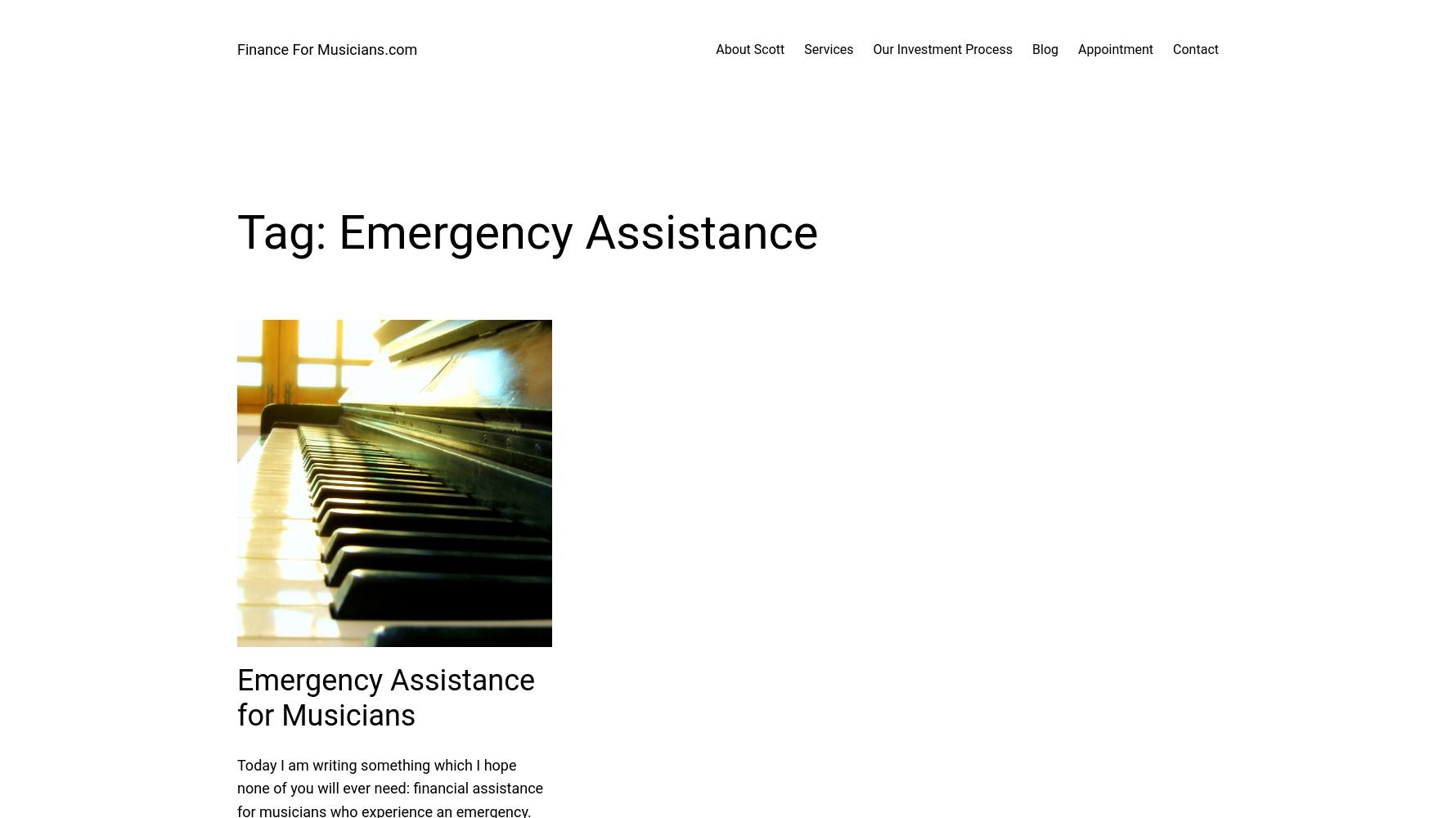 Image resolution: width=1456 pixels, height=818 pixels. What do you see at coordinates (750, 49) in the screenshot?
I see `'About Scott'` at bounding box center [750, 49].